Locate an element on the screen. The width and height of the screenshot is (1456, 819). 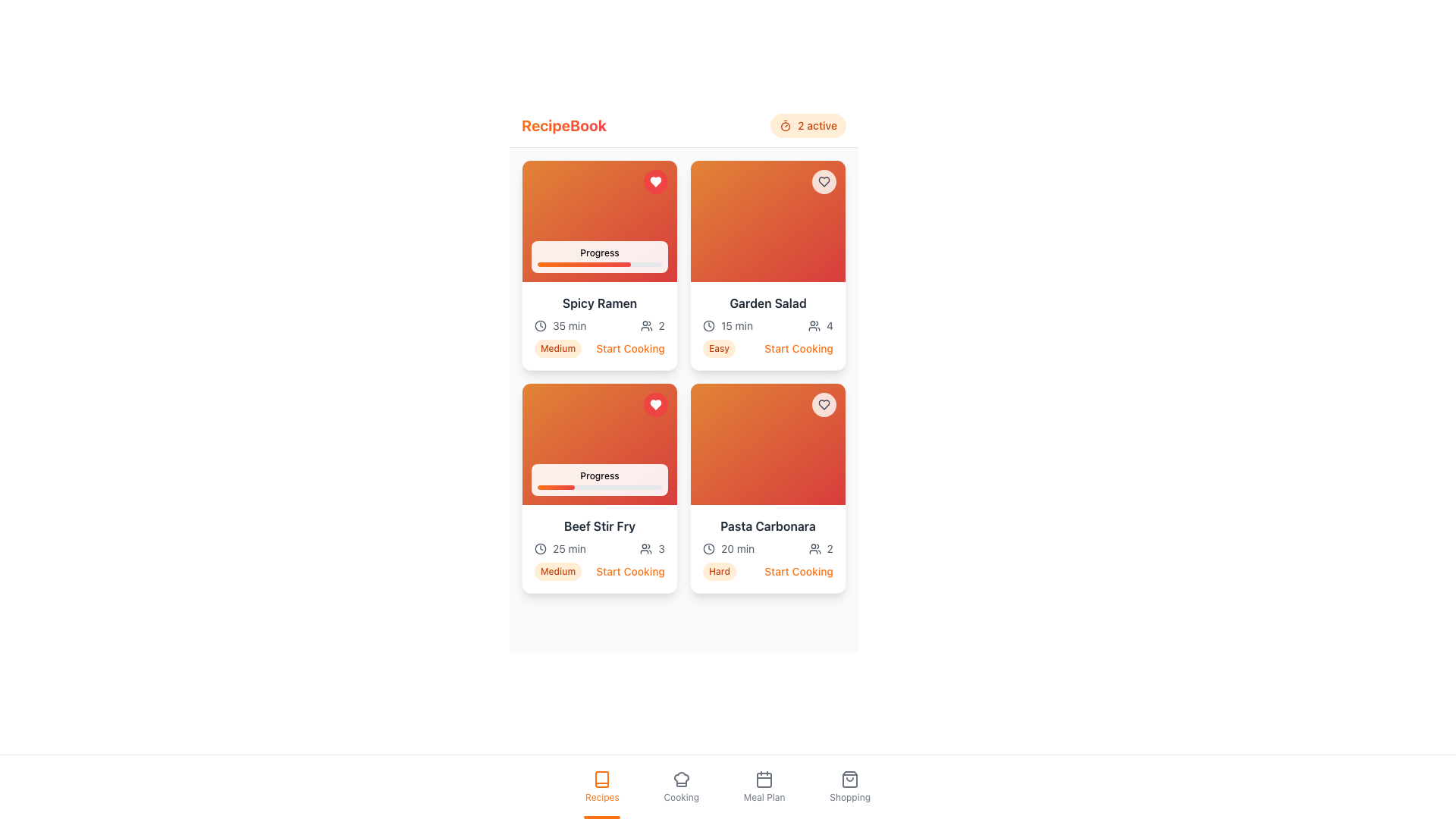
the difficulty indicator label for the 'Pasta Carbonara' recipe, located at the bottom-left of its card, next to the 'Start Cooking' link is located at coordinates (719, 571).